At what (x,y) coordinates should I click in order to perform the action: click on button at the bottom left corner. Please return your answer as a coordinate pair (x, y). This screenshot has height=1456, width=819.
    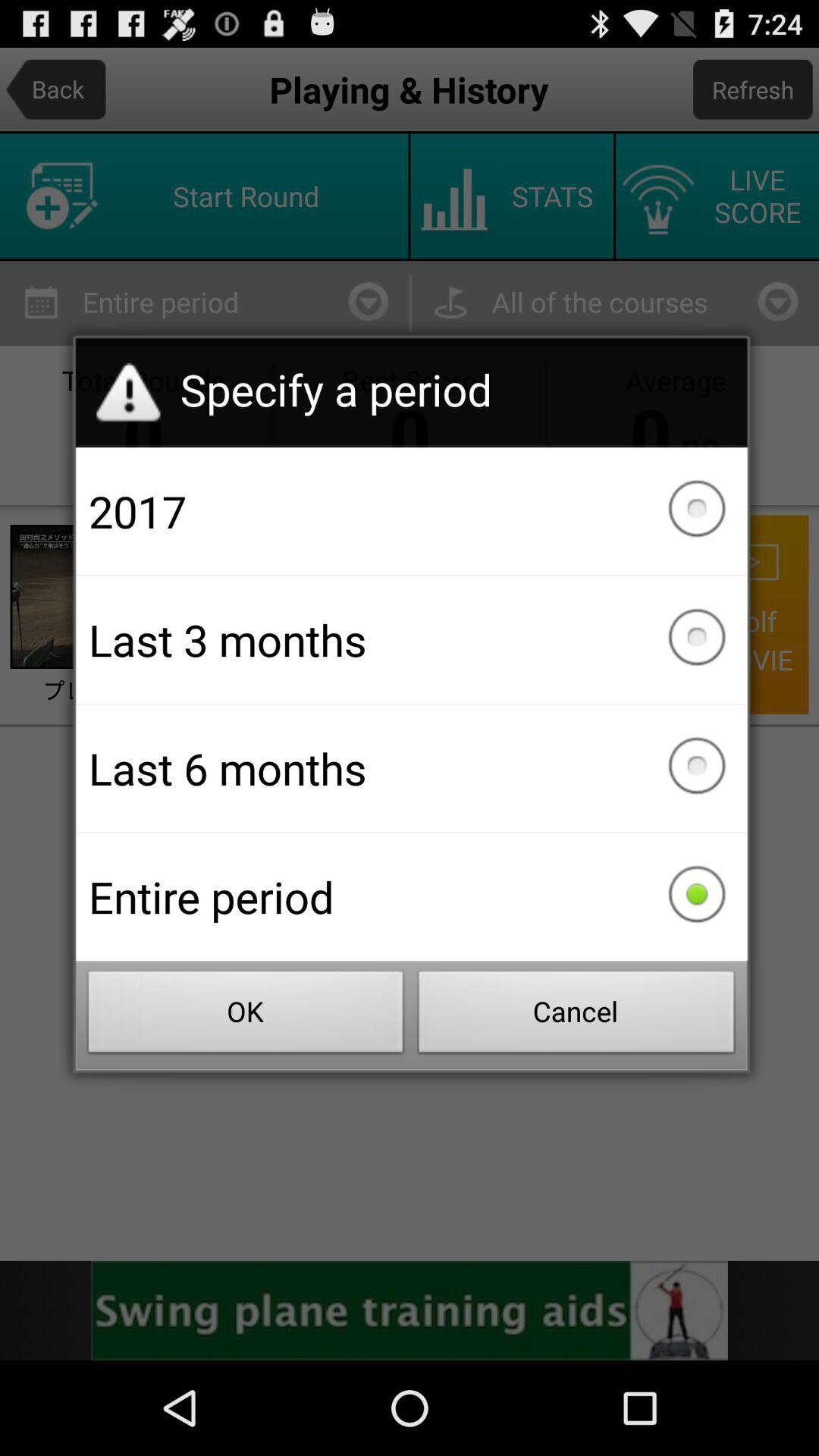
    Looking at the image, I should click on (245, 1016).